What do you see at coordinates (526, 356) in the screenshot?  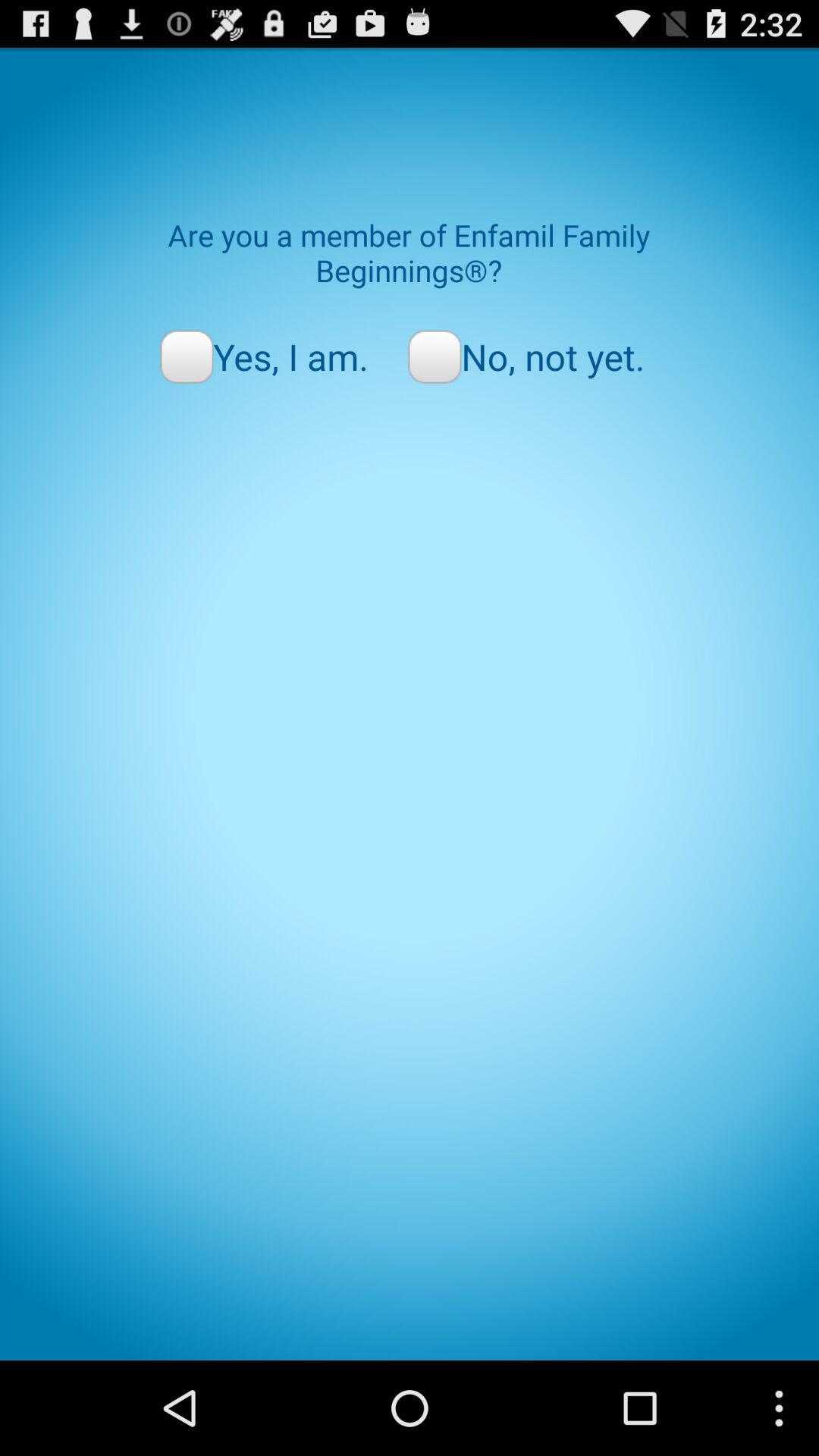 I see `the icon below are you a icon` at bounding box center [526, 356].